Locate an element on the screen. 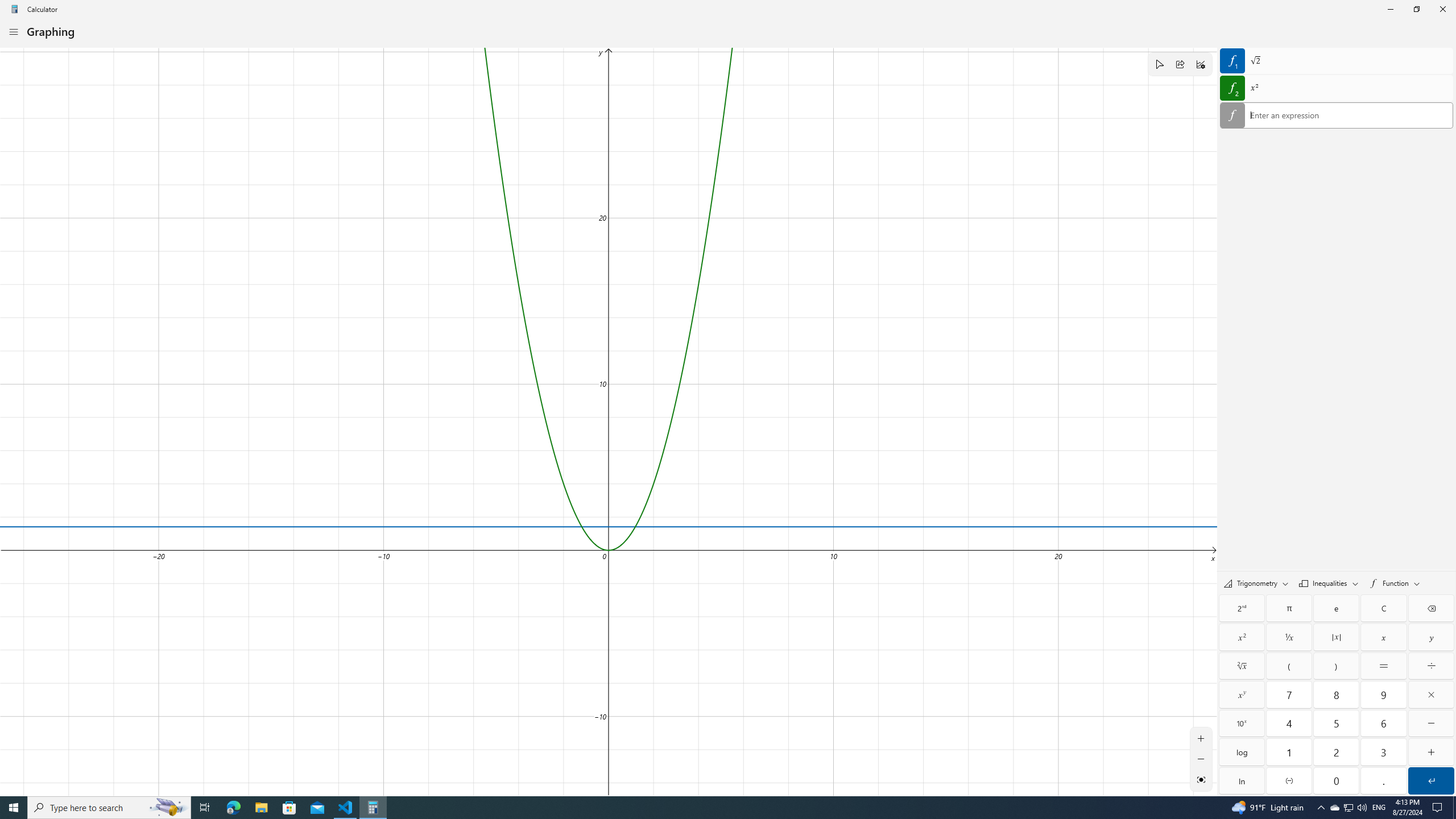 The image size is (1456, 819). 'Zoom out' is located at coordinates (1201, 758).